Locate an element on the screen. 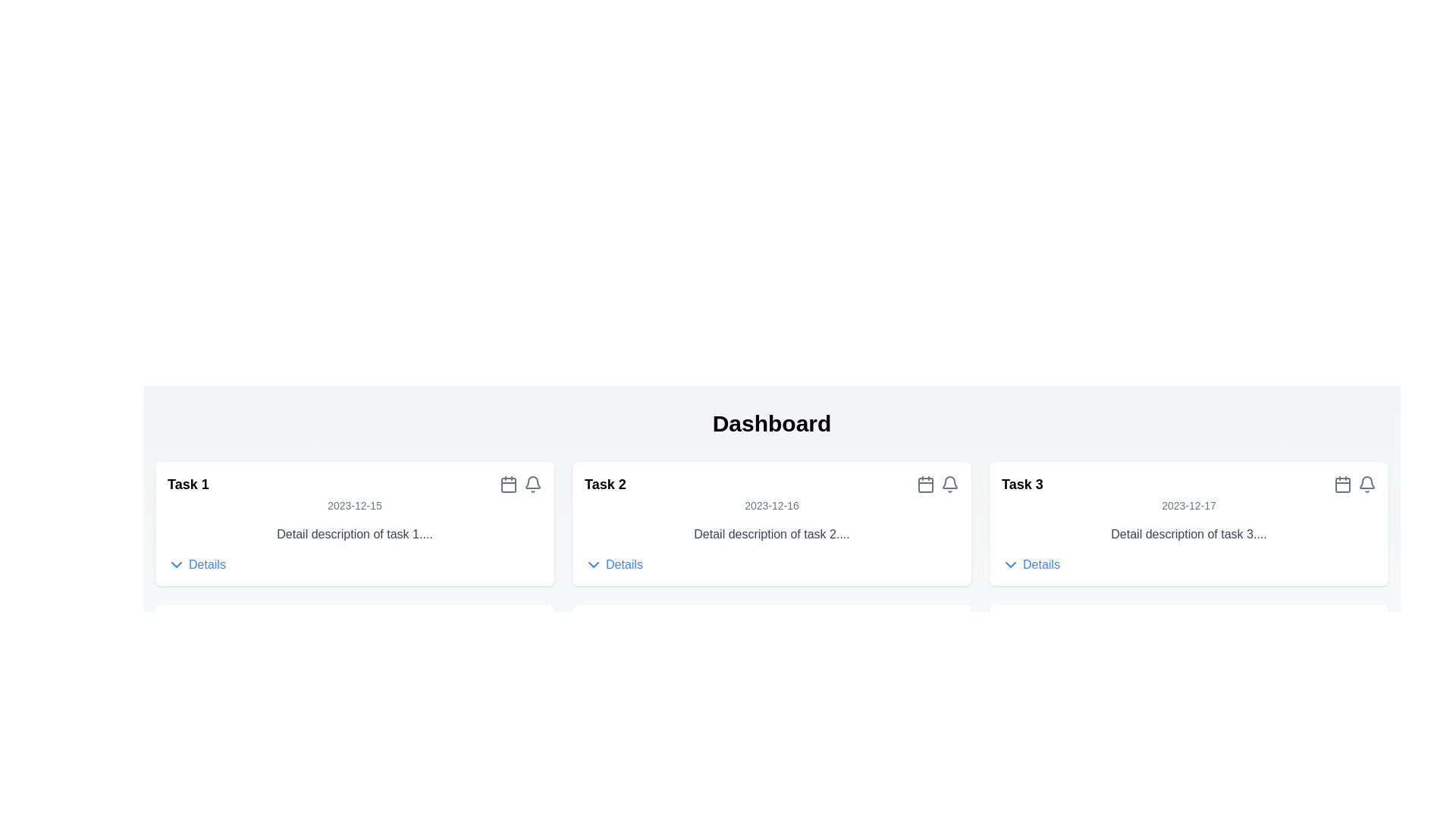  the calendar icon located in the UI section for 'Task 2' is located at coordinates (924, 485).